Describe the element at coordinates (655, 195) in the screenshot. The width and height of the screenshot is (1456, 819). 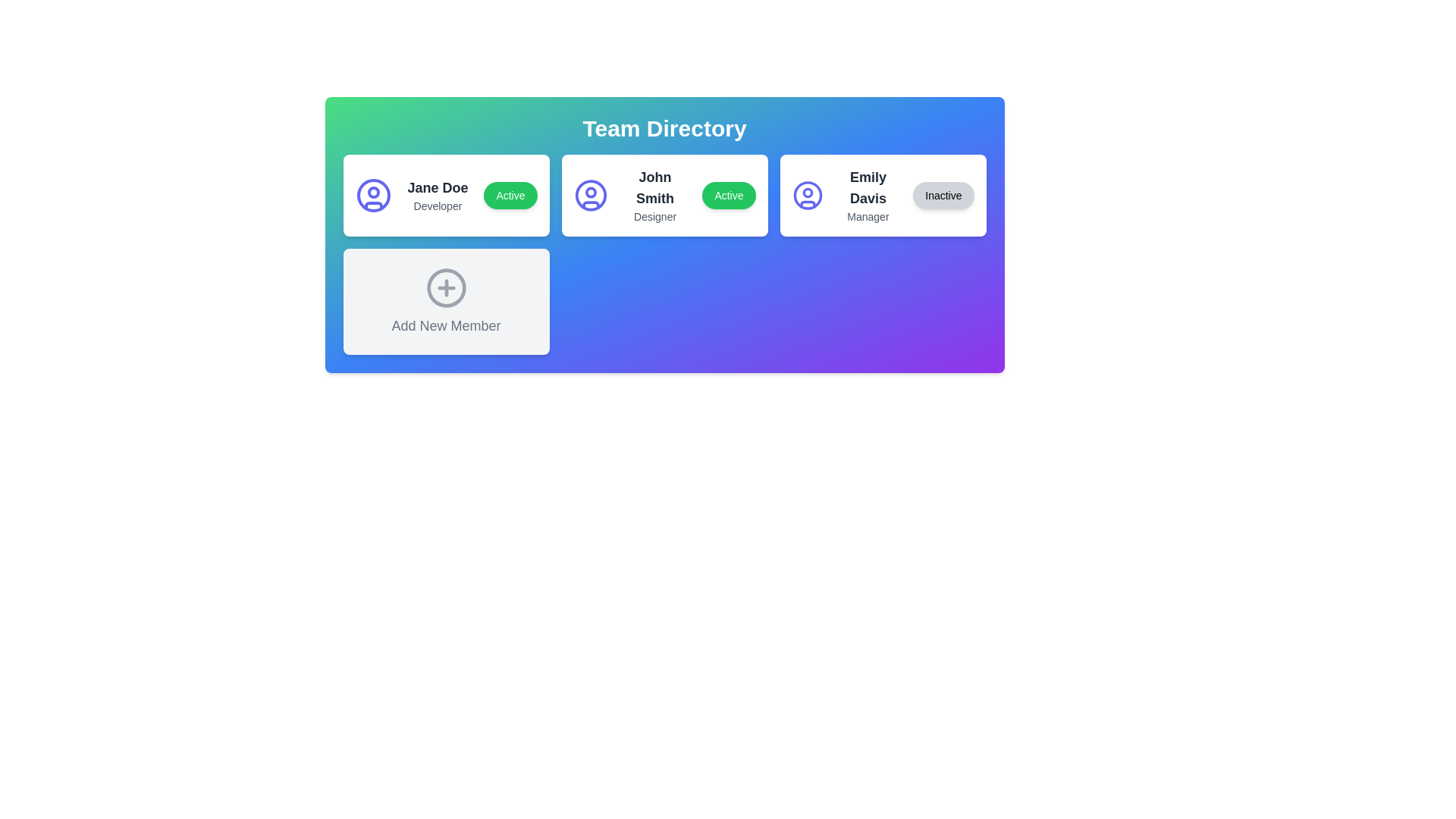
I see `the Text Label displaying the name 'John Smith' in bold and the role 'Designer' in a smaller font, which is located in the second card of the team directory view` at that location.